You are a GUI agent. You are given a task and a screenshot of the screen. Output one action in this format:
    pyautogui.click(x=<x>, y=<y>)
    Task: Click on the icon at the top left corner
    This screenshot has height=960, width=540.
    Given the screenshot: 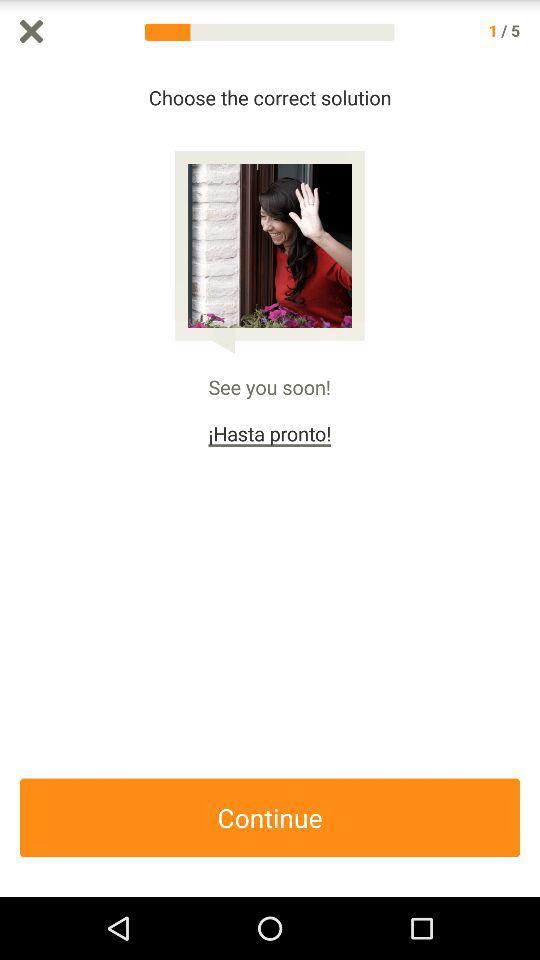 What is the action you would take?
    pyautogui.click(x=30, y=30)
    